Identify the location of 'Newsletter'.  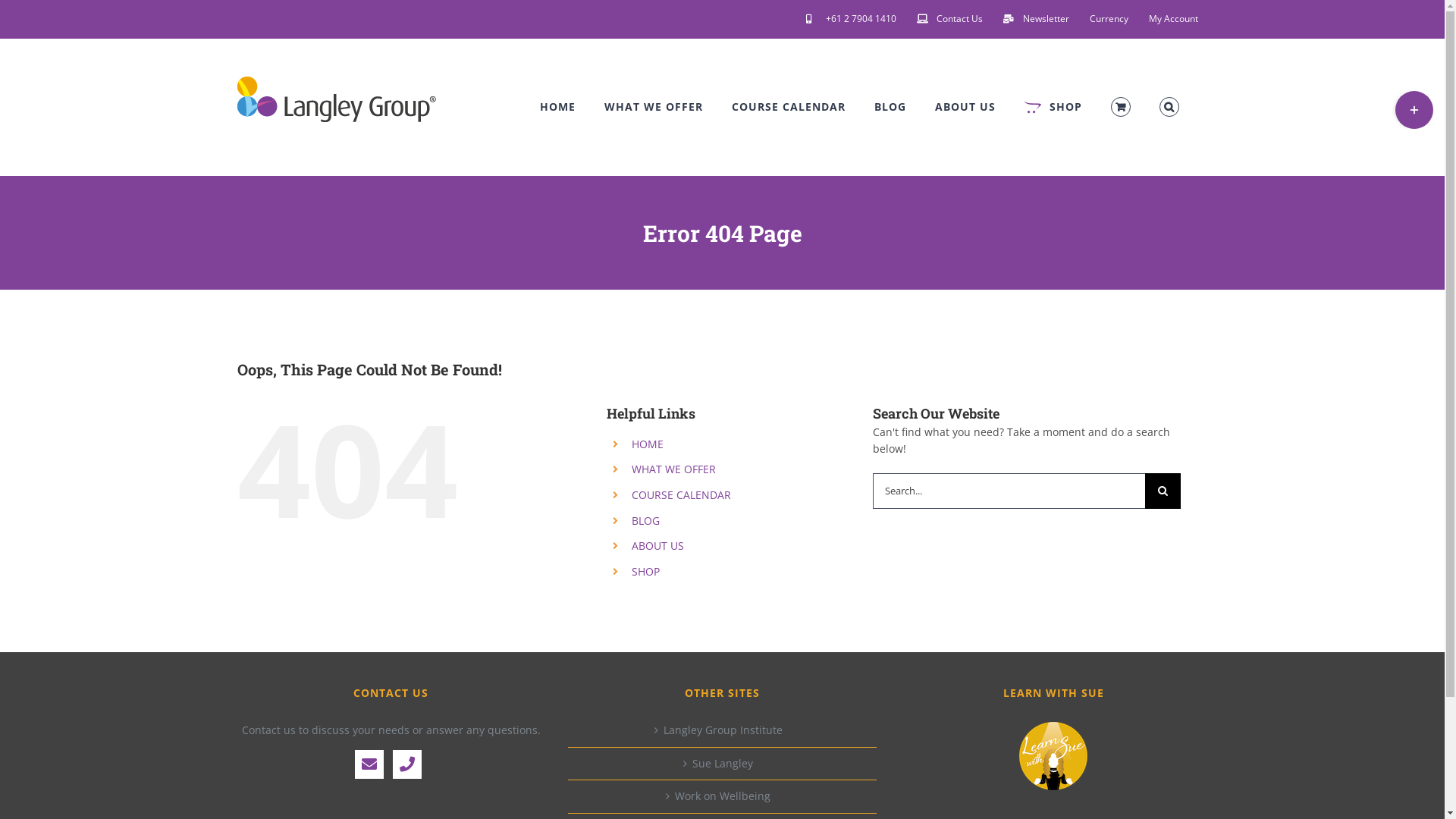
(1035, 18).